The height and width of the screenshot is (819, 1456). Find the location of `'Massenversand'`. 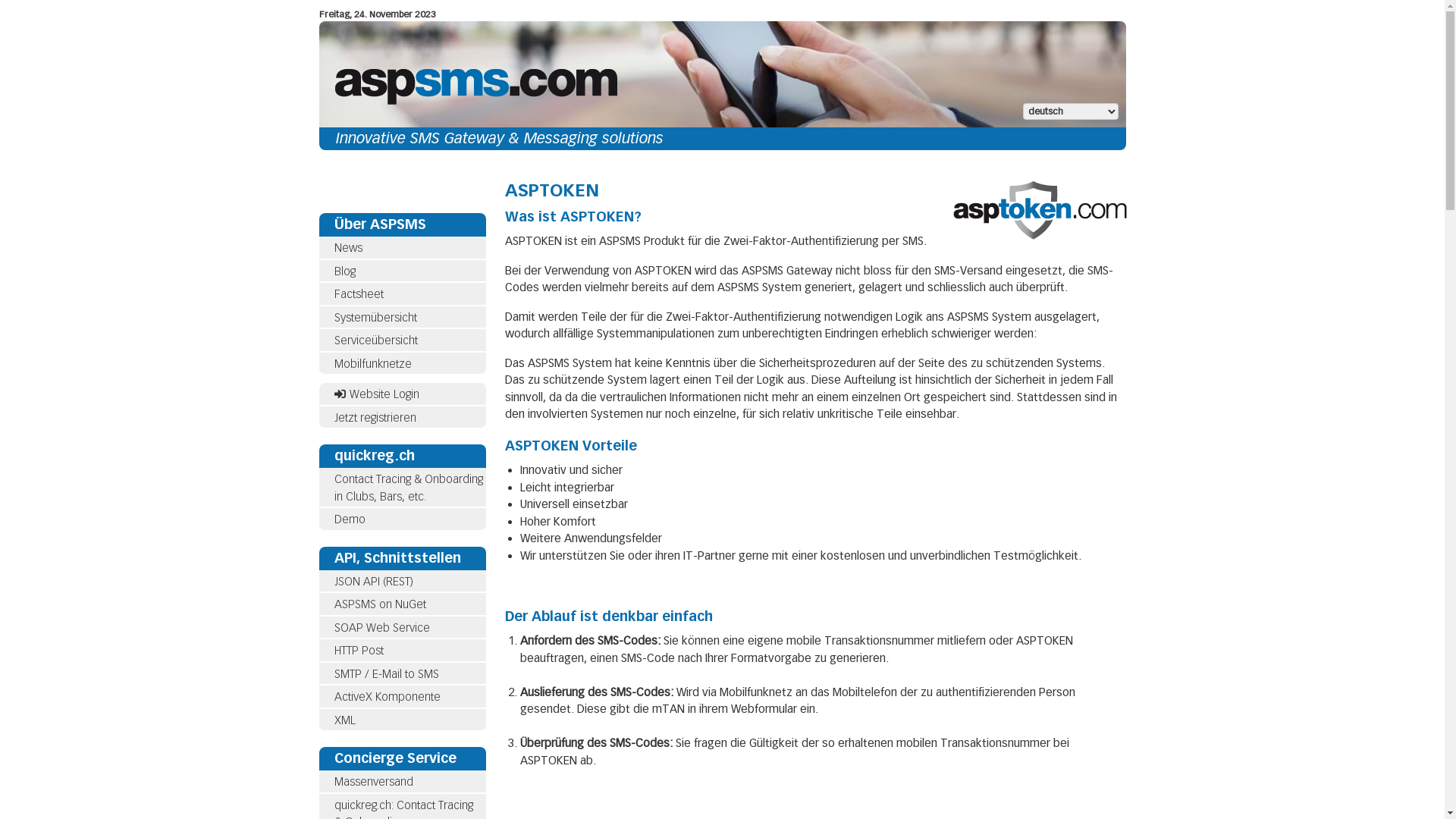

'Massenversand' is located at coordinates (401, 782).